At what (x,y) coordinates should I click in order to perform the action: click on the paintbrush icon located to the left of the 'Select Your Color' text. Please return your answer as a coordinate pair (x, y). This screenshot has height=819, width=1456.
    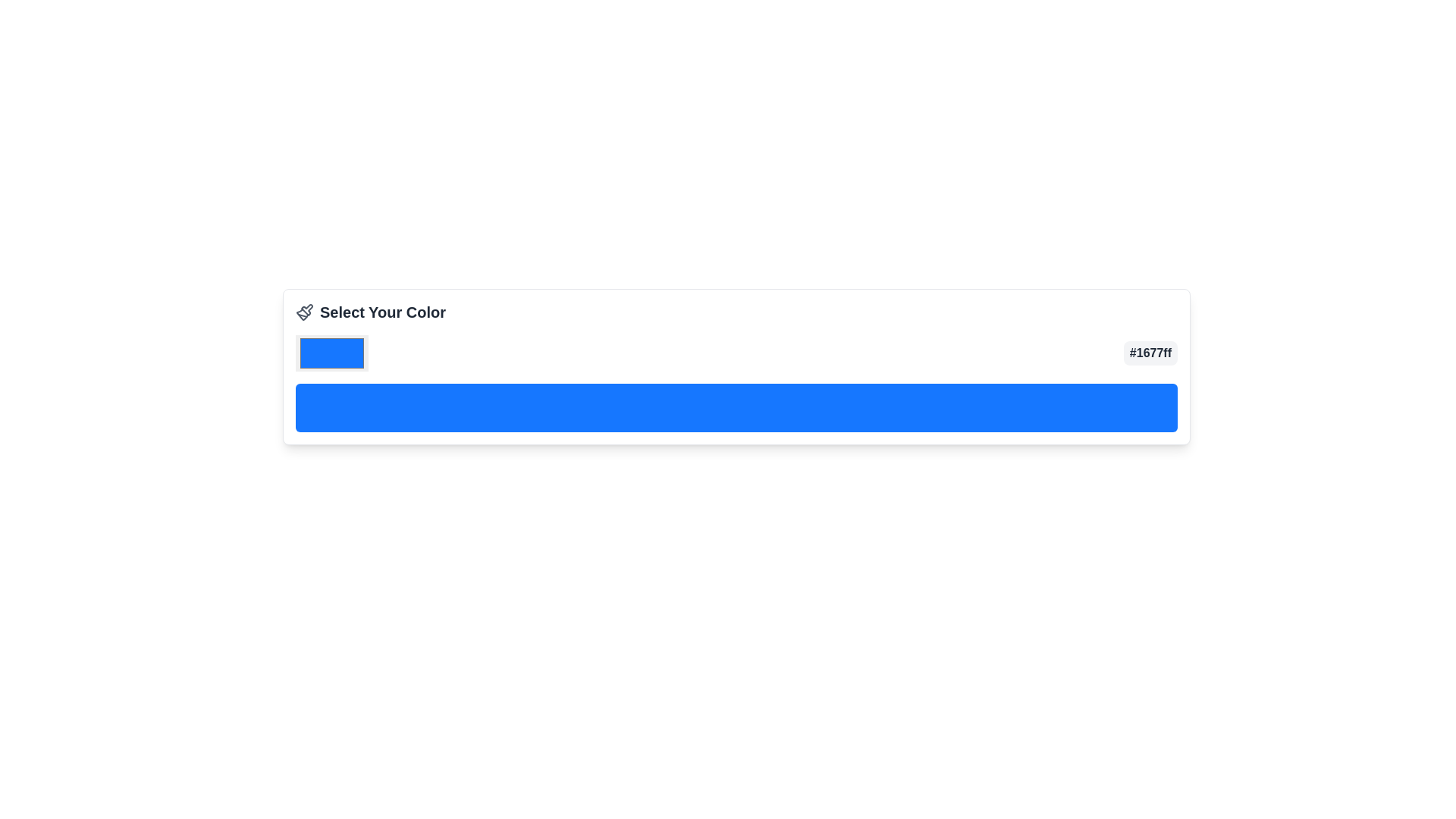
    Looking at the image, I should click on (304, 312).